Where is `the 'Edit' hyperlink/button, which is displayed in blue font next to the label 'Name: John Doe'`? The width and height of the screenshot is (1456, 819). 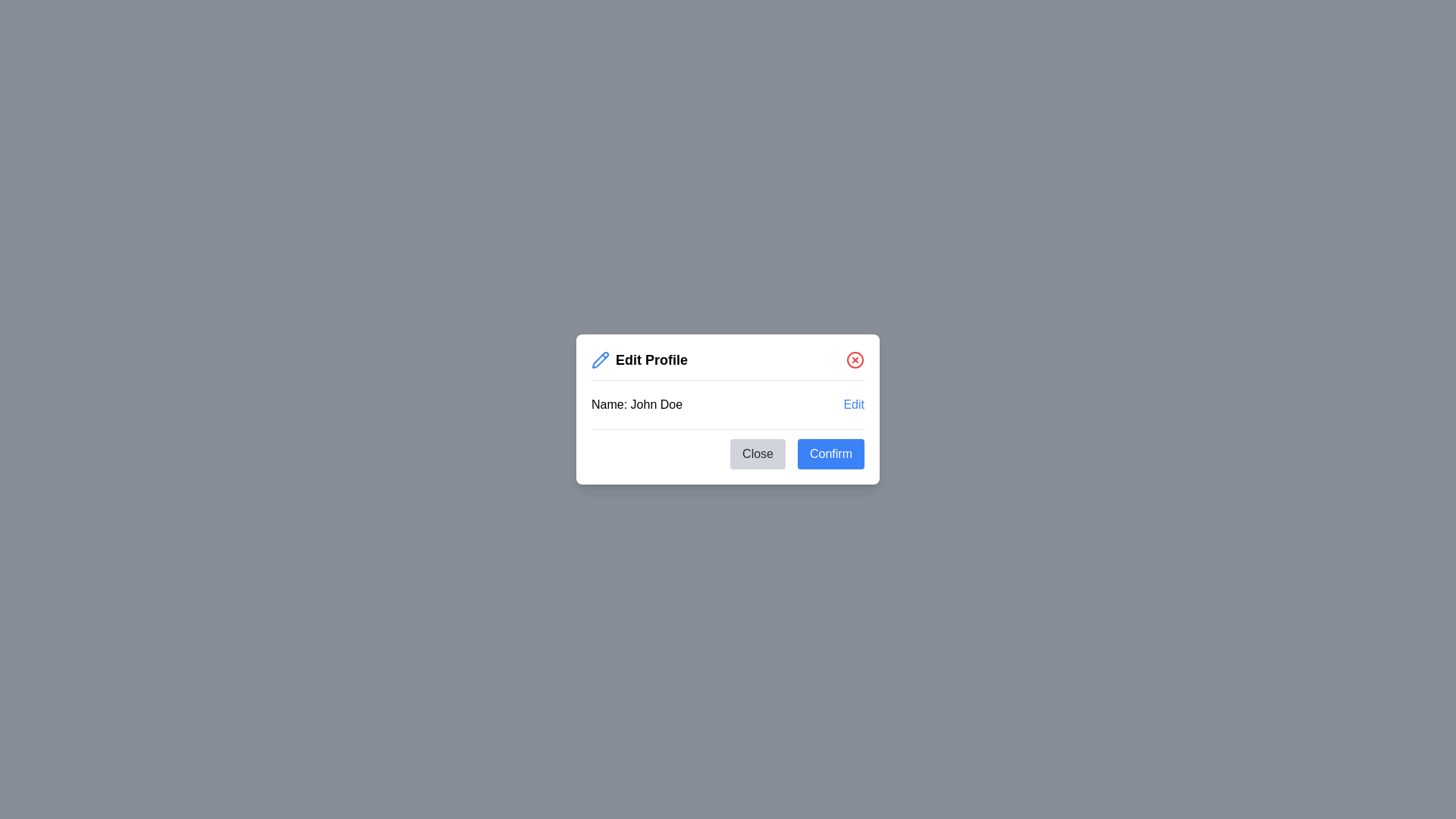
the 'Edit' hyperlink/button, which is displayed in blue font next to the label 'Name: John Doe' is located at coordinates (854, 403).